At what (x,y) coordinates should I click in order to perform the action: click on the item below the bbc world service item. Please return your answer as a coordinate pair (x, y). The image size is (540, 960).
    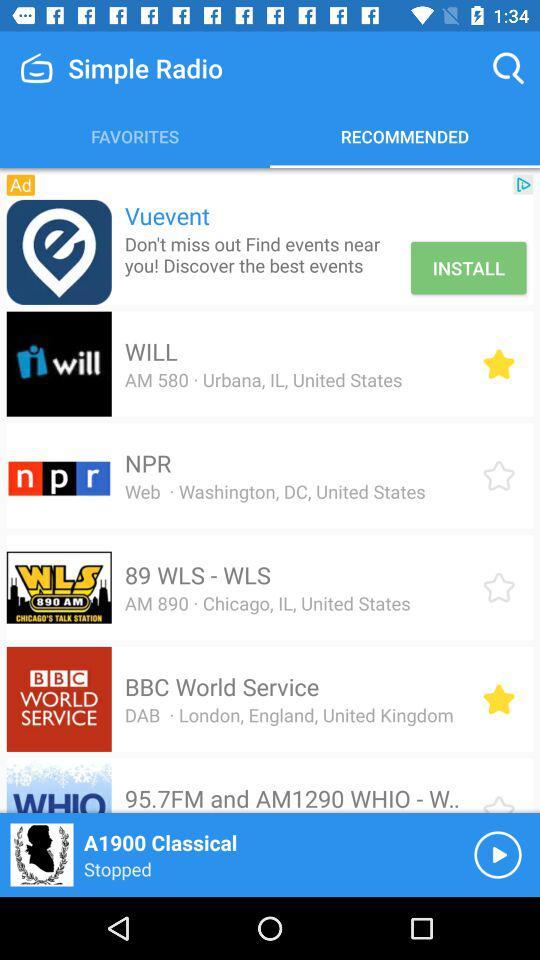
    Looking at the image, I should click on (288, 715).